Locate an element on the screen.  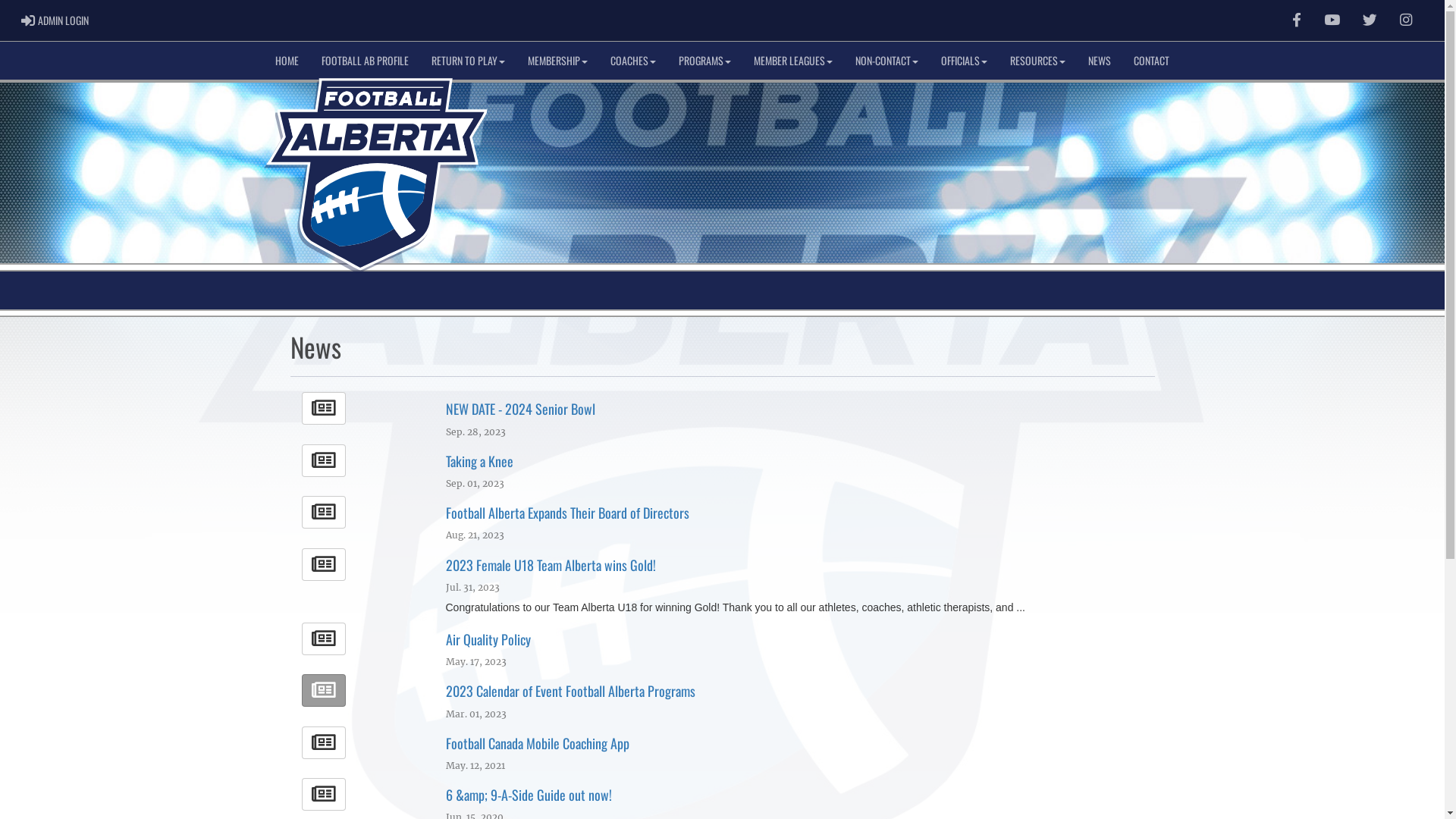
'NON-CONTACT' is located at coordinates (886, 60).